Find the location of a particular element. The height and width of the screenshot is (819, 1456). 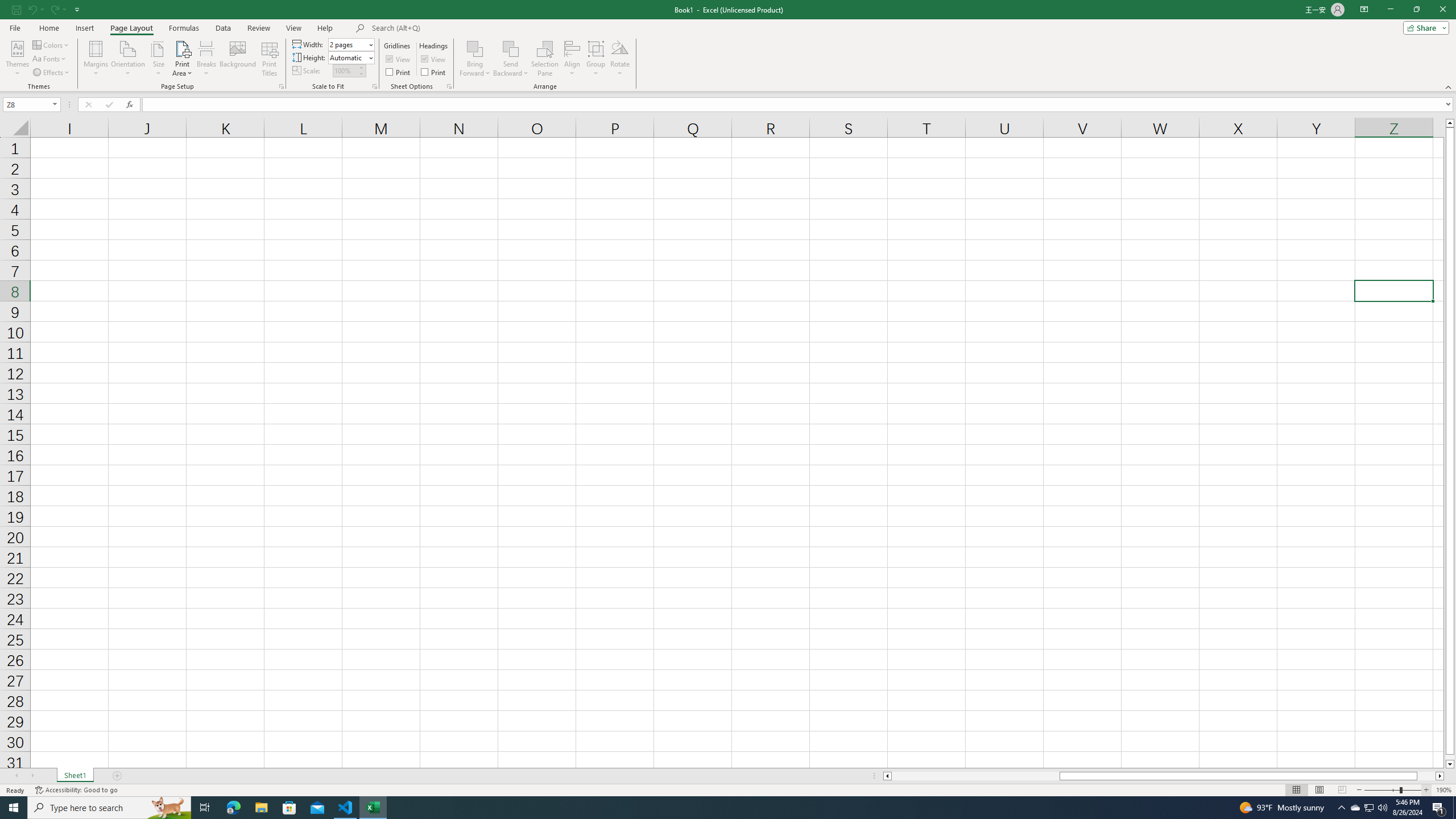

'Breaks' is located at coordinates (206, 59).